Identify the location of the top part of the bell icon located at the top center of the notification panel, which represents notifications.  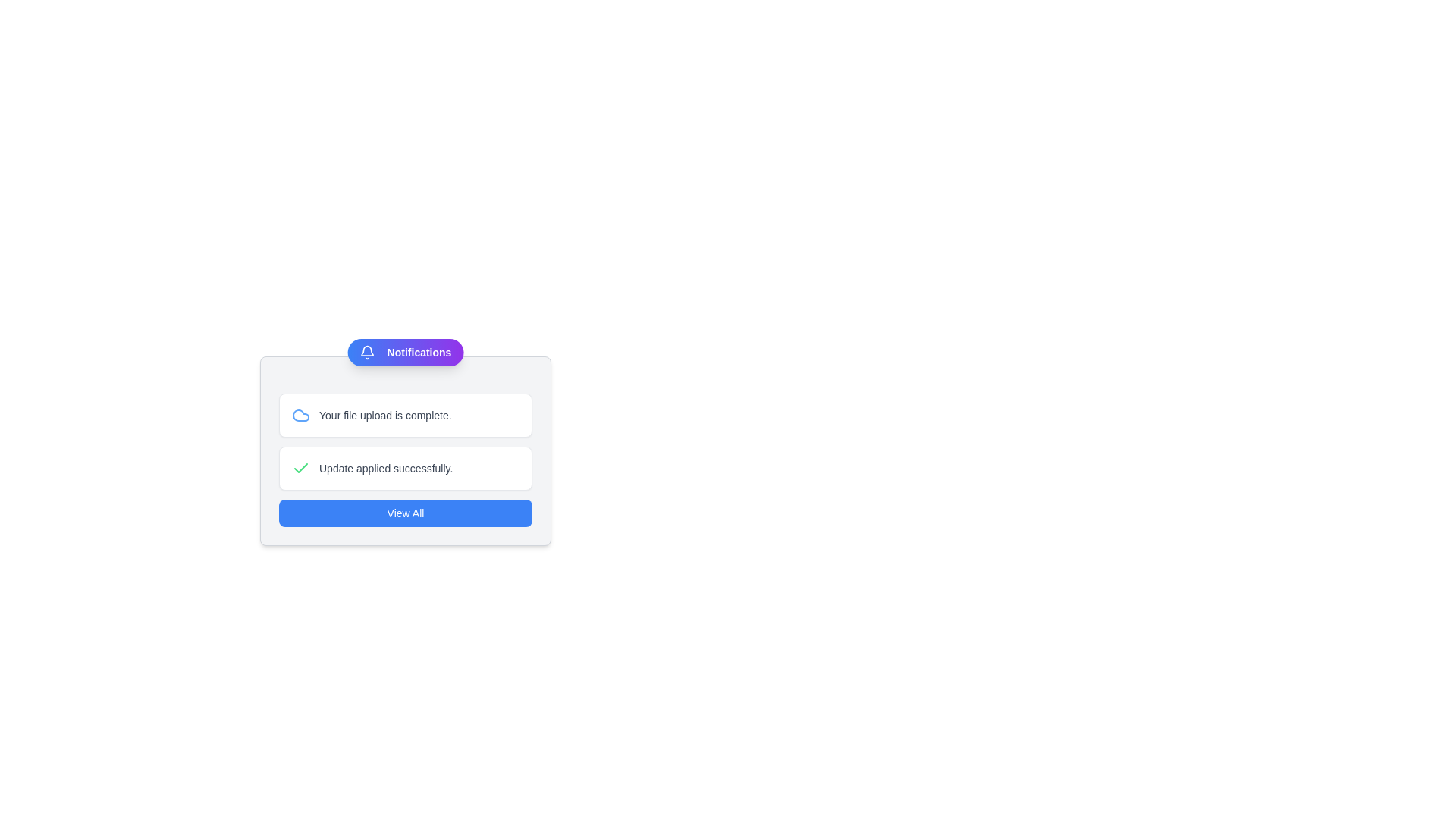
(367, 350).